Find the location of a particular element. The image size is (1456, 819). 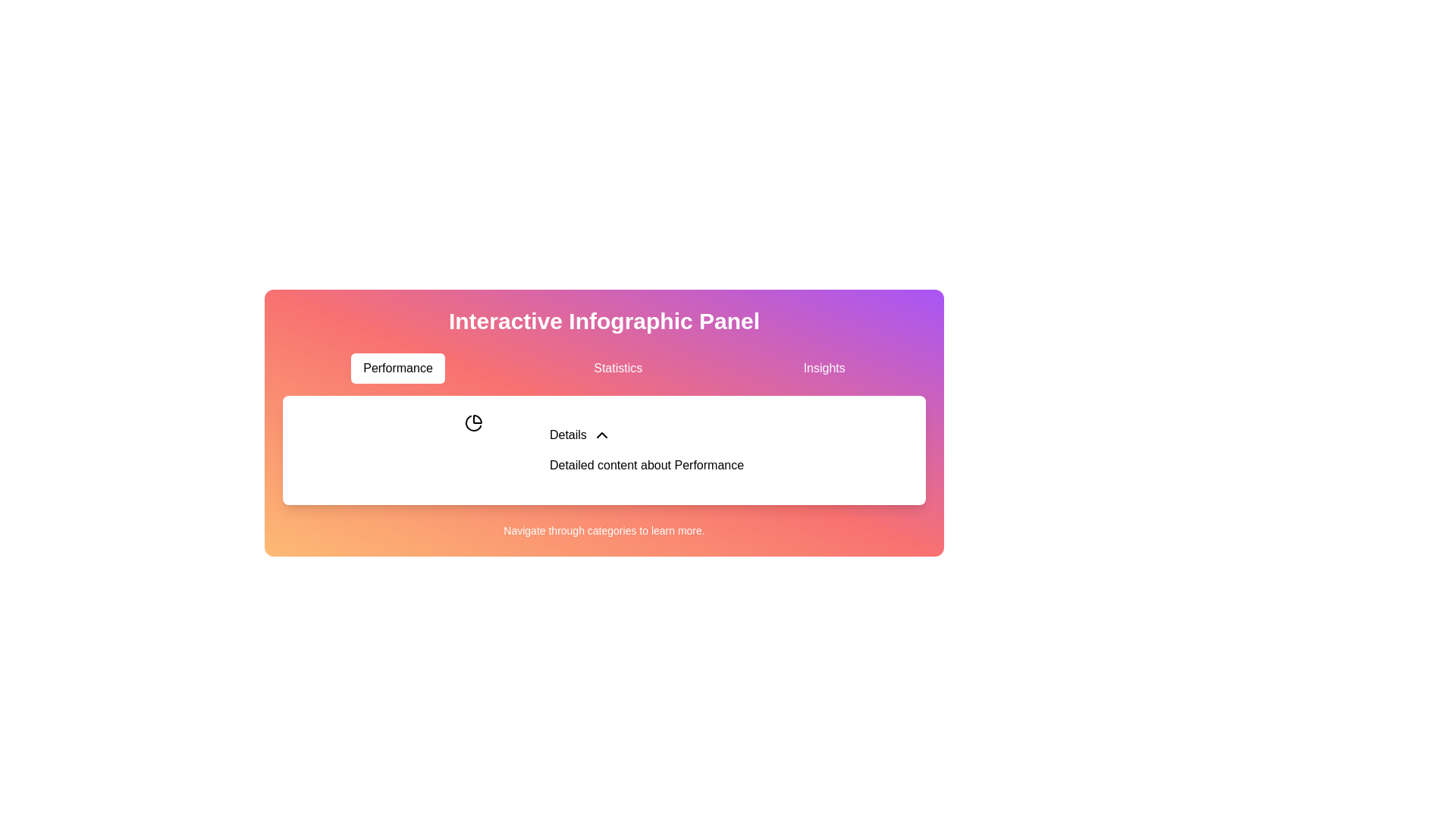

the 'Insights' button, which is the third button in a group of three horizontally aligned buttons below the title 'Interactive Infographic Panel' is located at coordinates (823, 369).